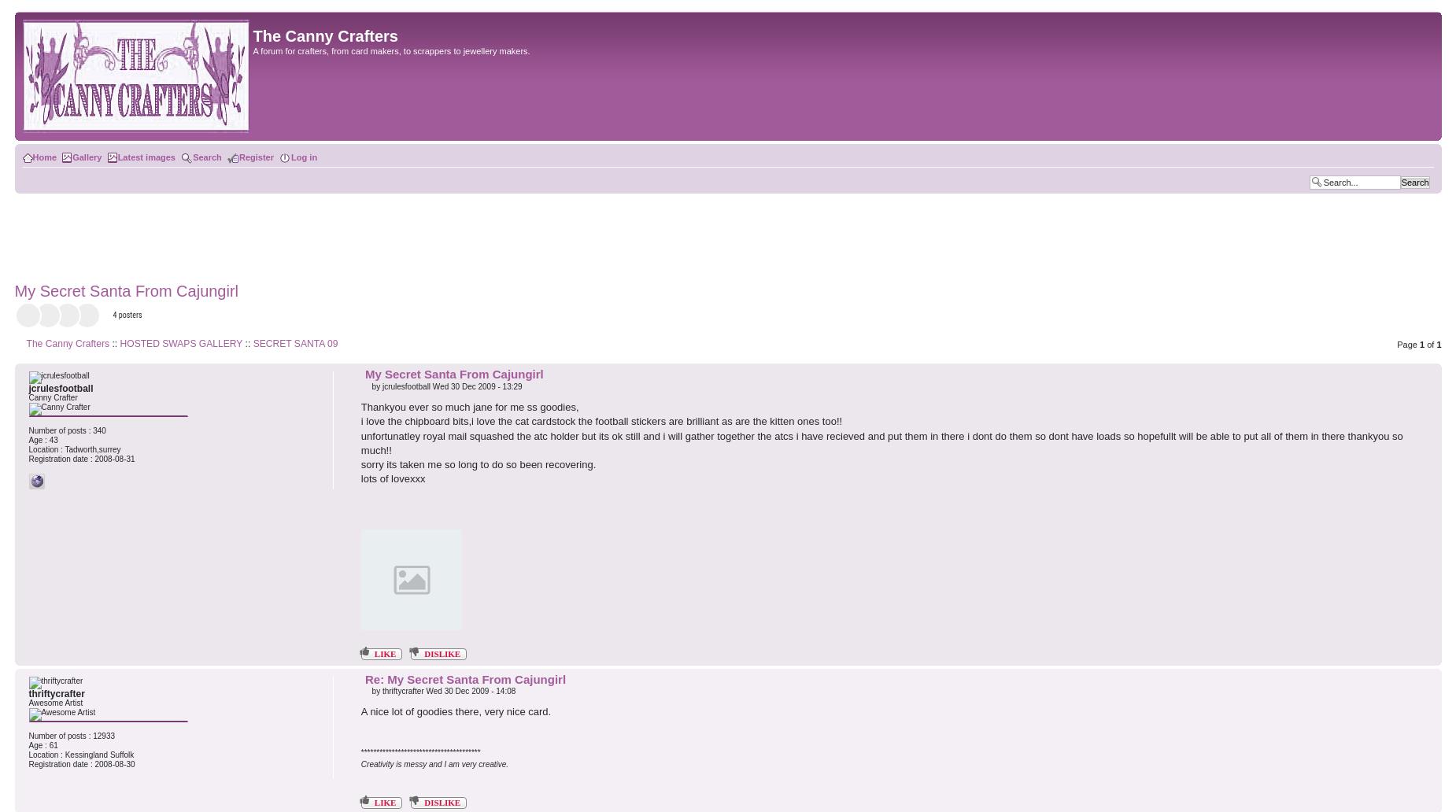 This screenshot has width=1456, height=812. Describe the element at coordinates (251, 51) in the screenshot. I see `'A forum for crafters, from card makers, to scrappers to jewellery makers.'` at that location.